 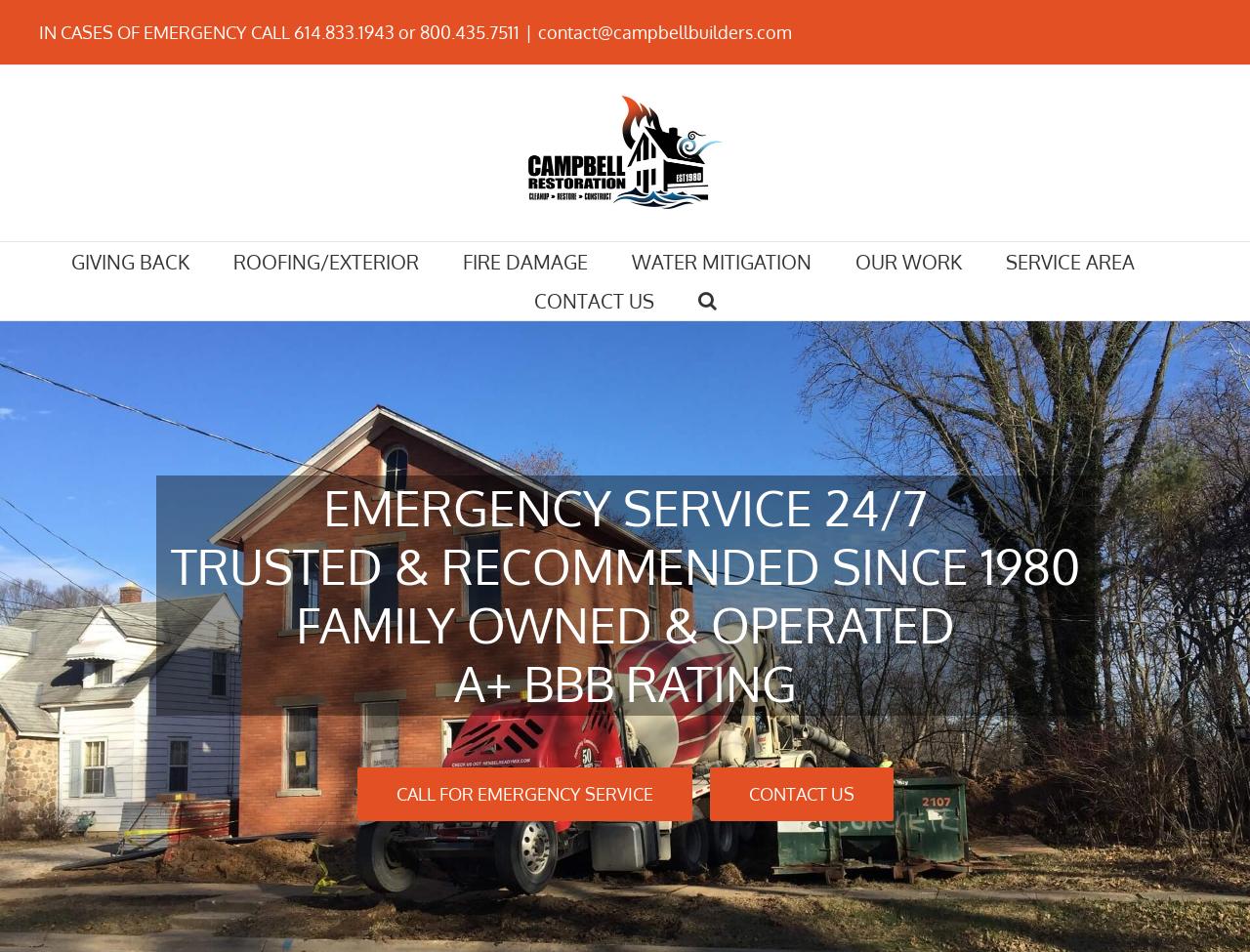 I want to click on 'SERVICE AREA', so click(x=1006, y=260).